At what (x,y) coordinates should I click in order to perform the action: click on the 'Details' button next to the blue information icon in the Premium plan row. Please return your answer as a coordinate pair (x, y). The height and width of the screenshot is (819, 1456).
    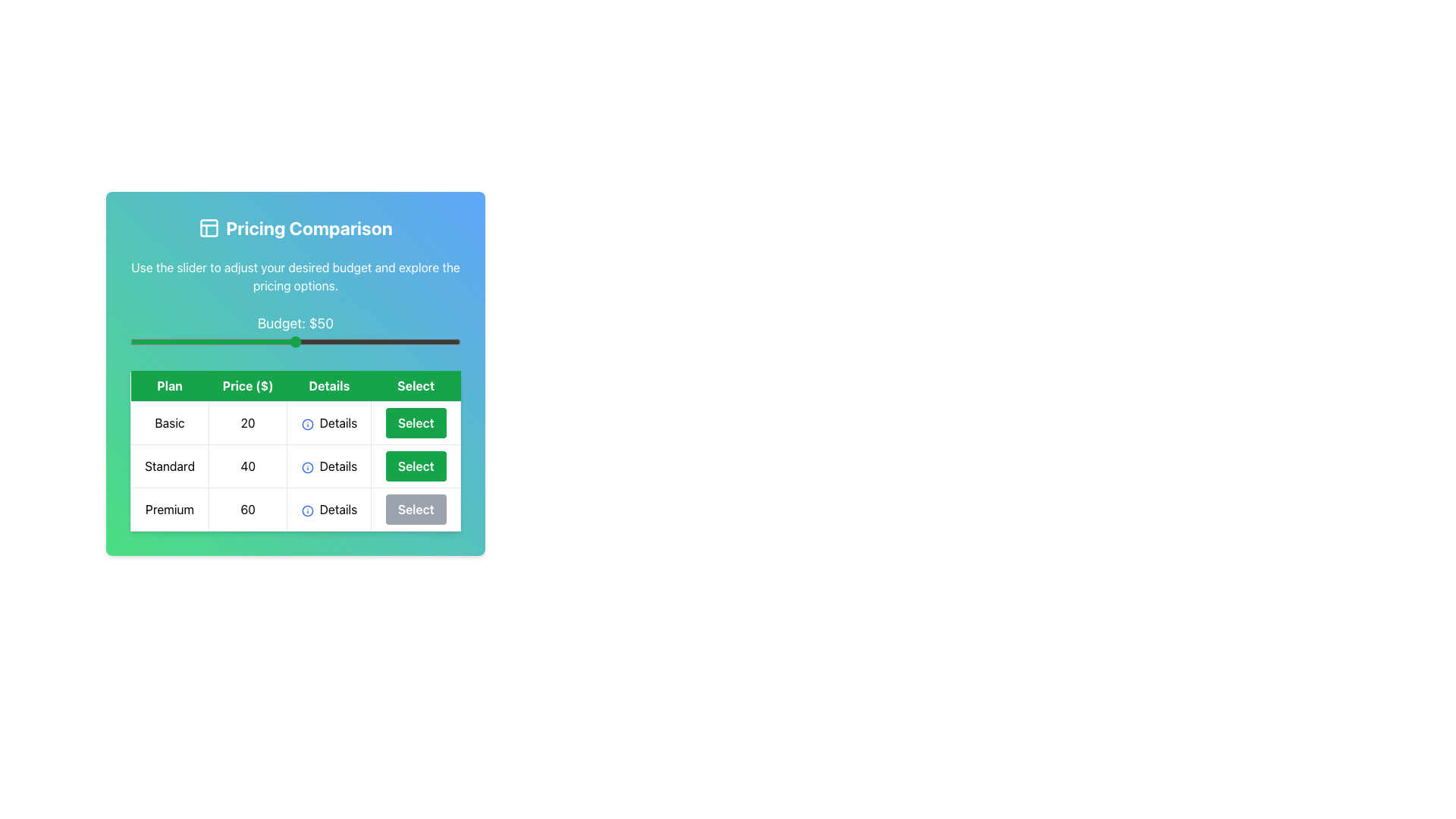
    Looking at the image, I should click on (328, 509).